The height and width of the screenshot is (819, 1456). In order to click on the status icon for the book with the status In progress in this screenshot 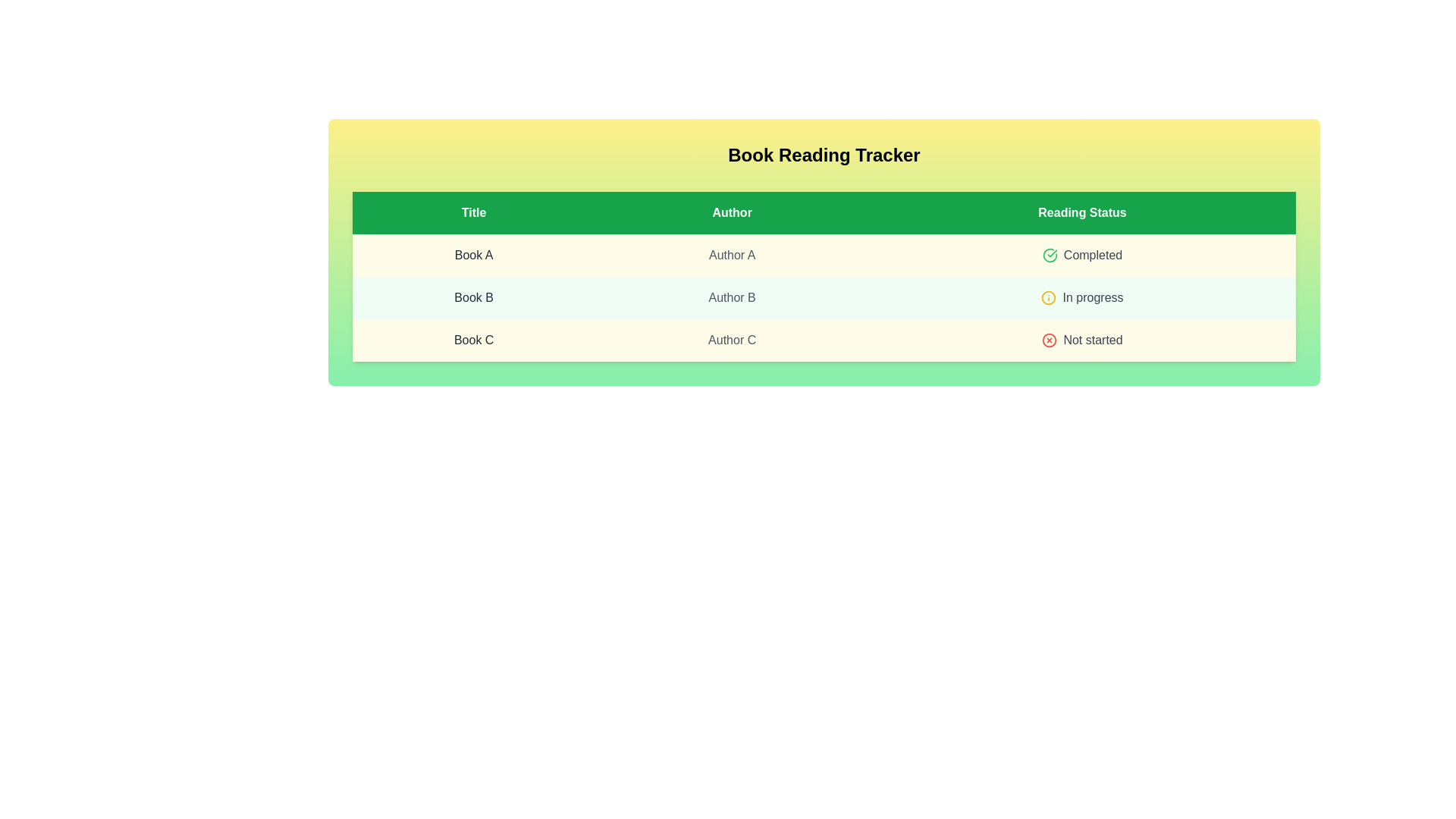, I will do `click(1048, 298)`.